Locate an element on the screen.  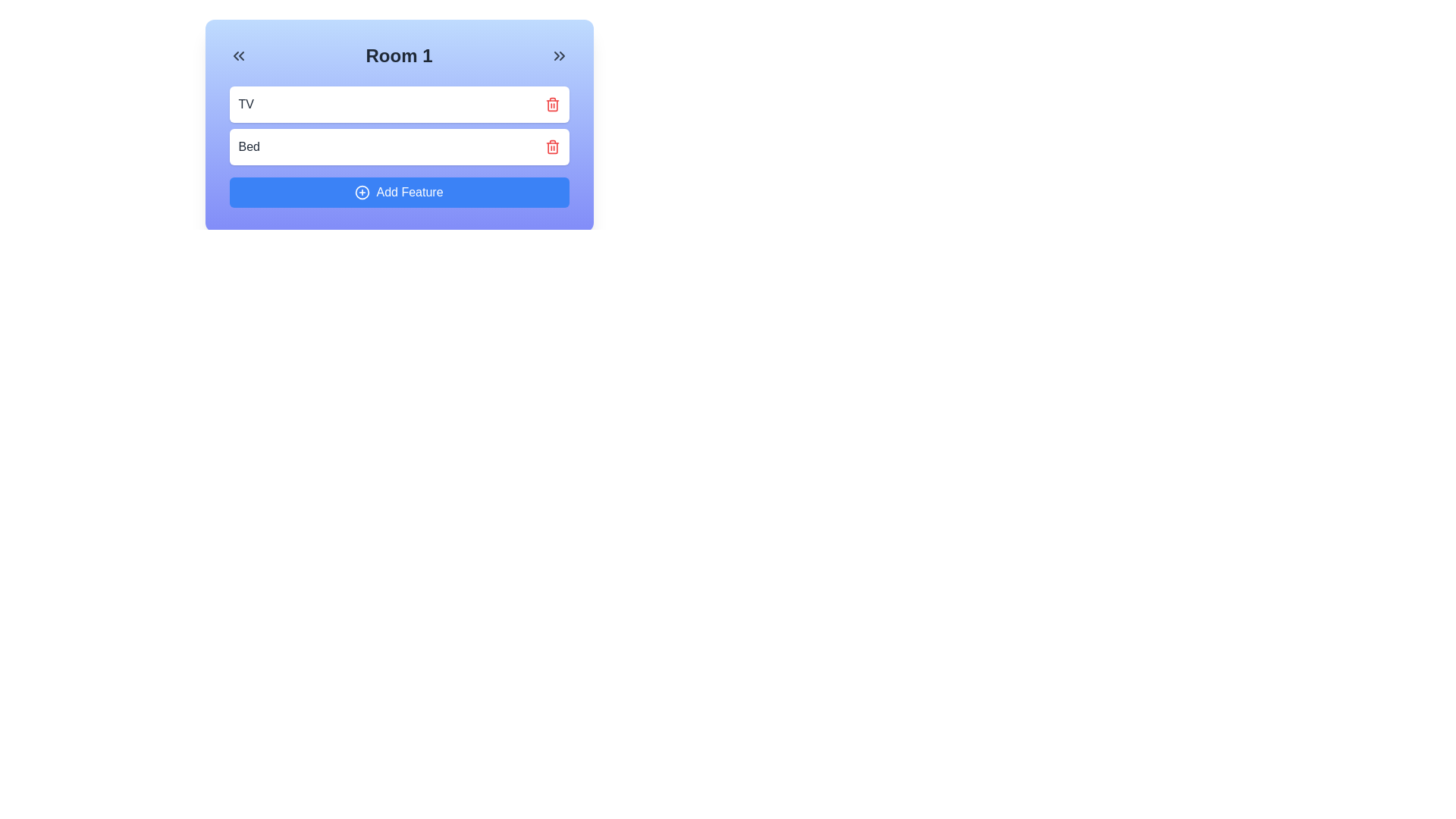
the gray button with chevron symbols located at the top right corner of the header labeled 'Room 1' to change its color is located at coordinates (559, 55).